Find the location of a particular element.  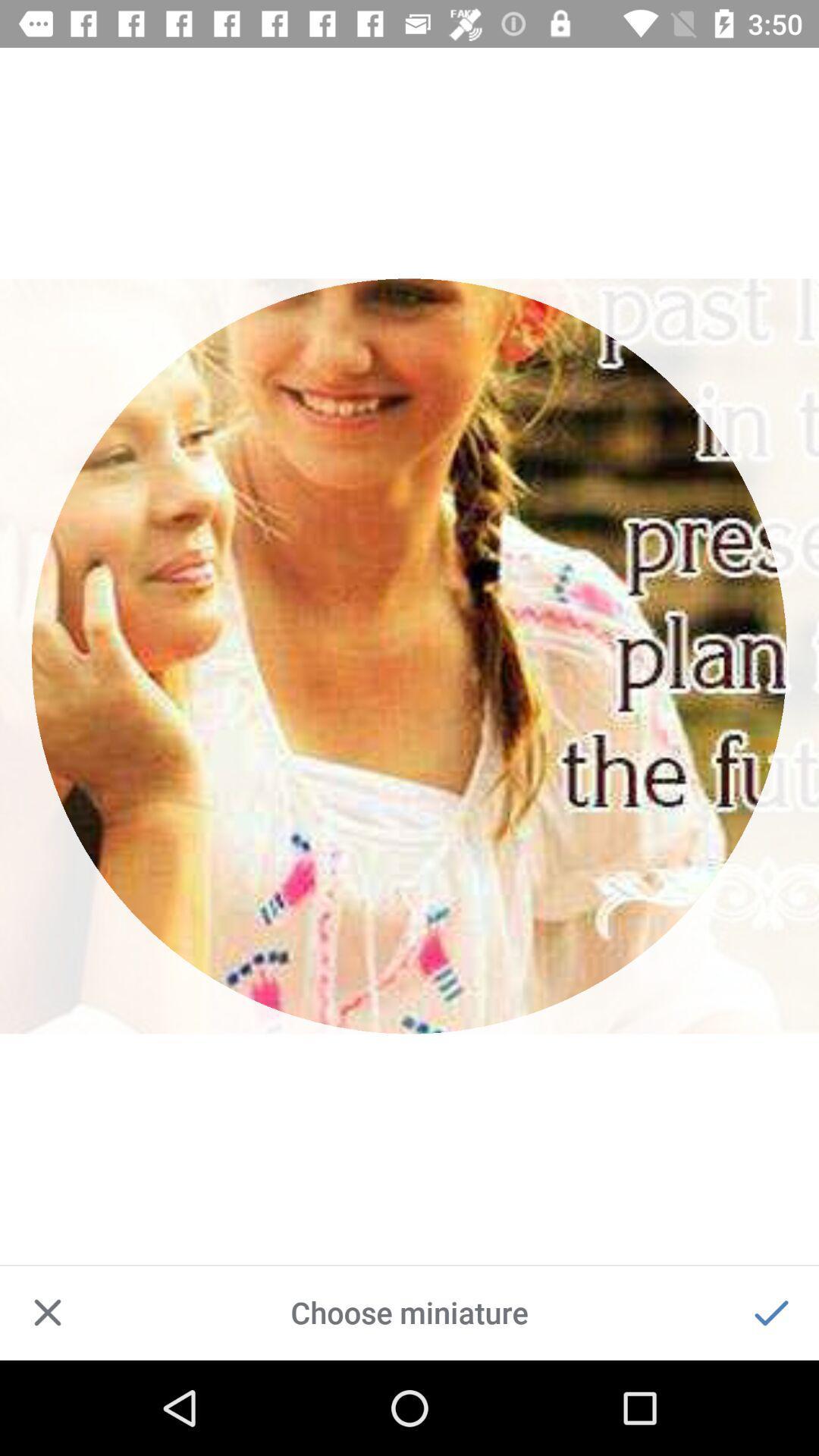

close is located at coordinates (46, 1312).